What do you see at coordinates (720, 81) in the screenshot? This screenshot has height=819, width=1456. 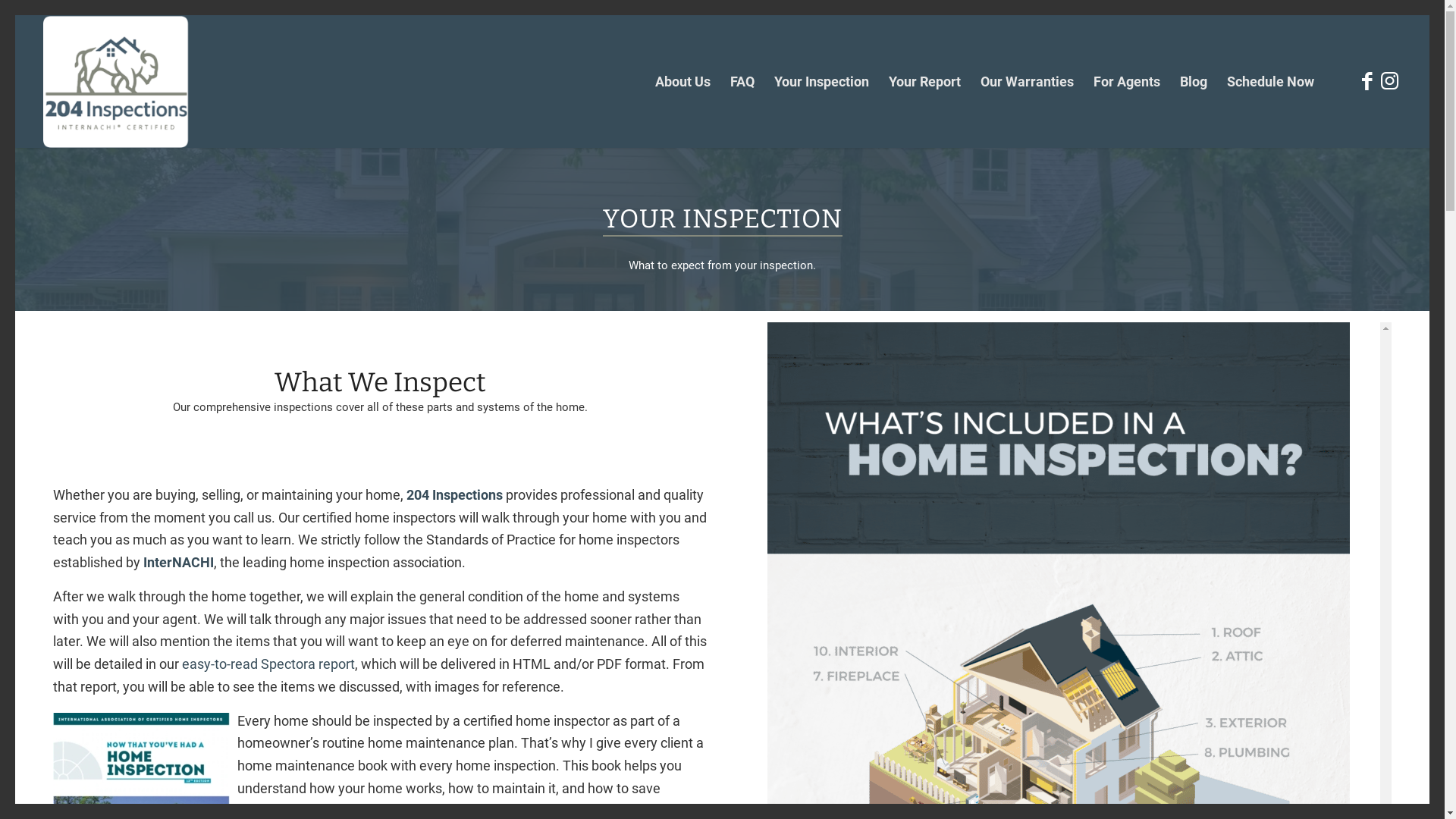 I see `'FAQ'` at bounding box center [720, 81].